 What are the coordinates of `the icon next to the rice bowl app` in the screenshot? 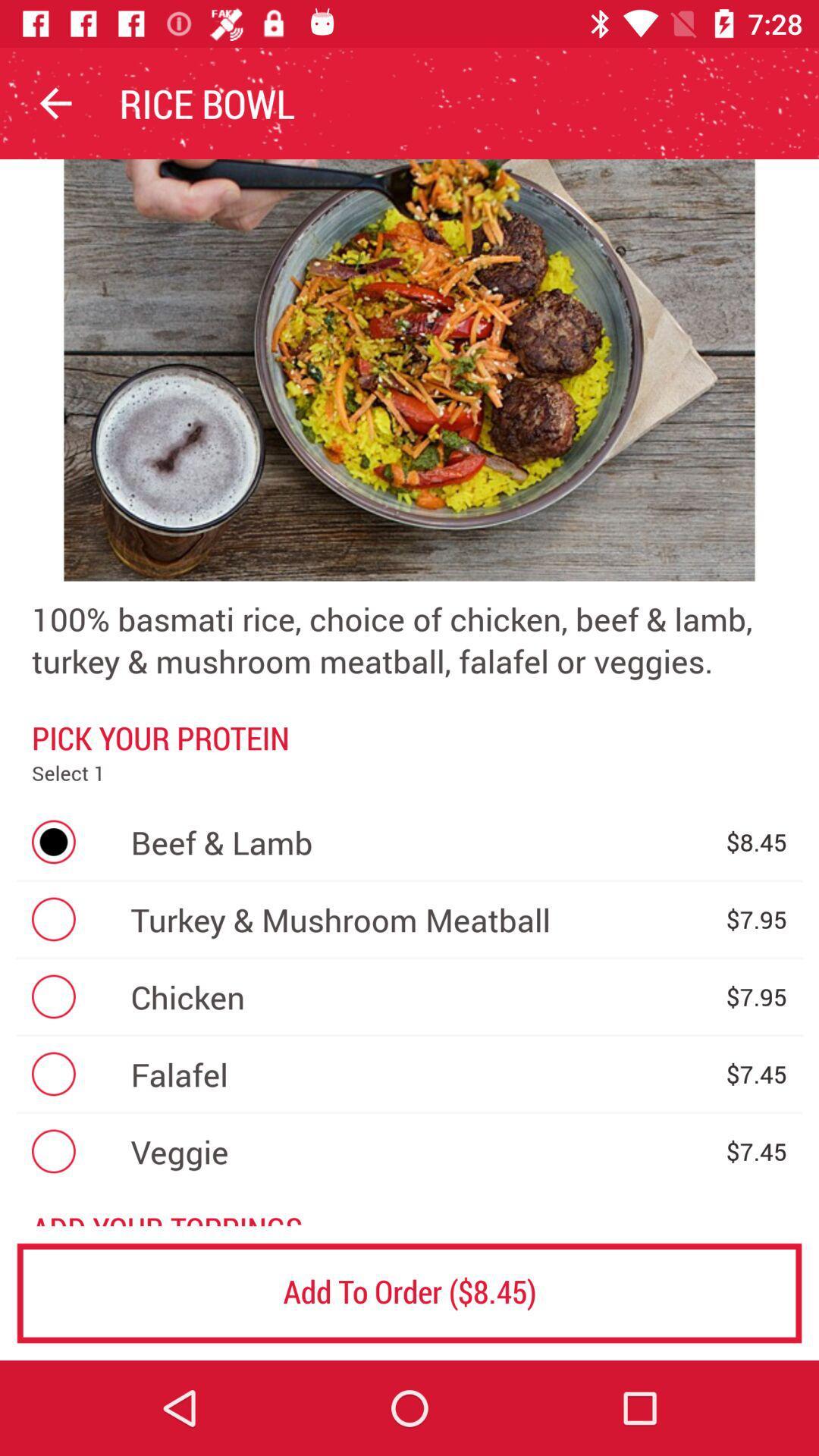 It's located at (55, 102).